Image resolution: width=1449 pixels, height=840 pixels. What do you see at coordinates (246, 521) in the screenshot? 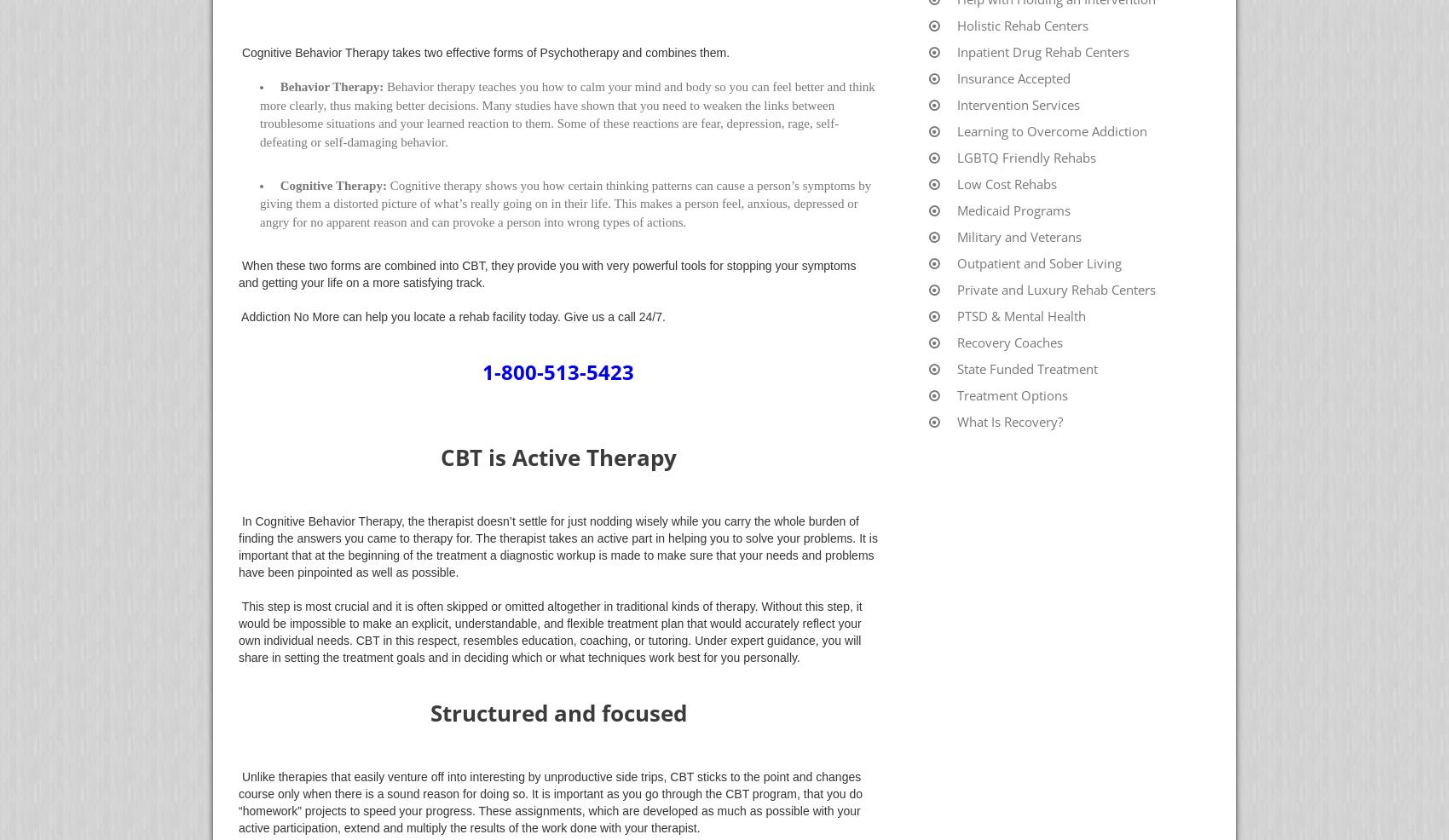
I see `'In'` at bounding box center [246, 521].